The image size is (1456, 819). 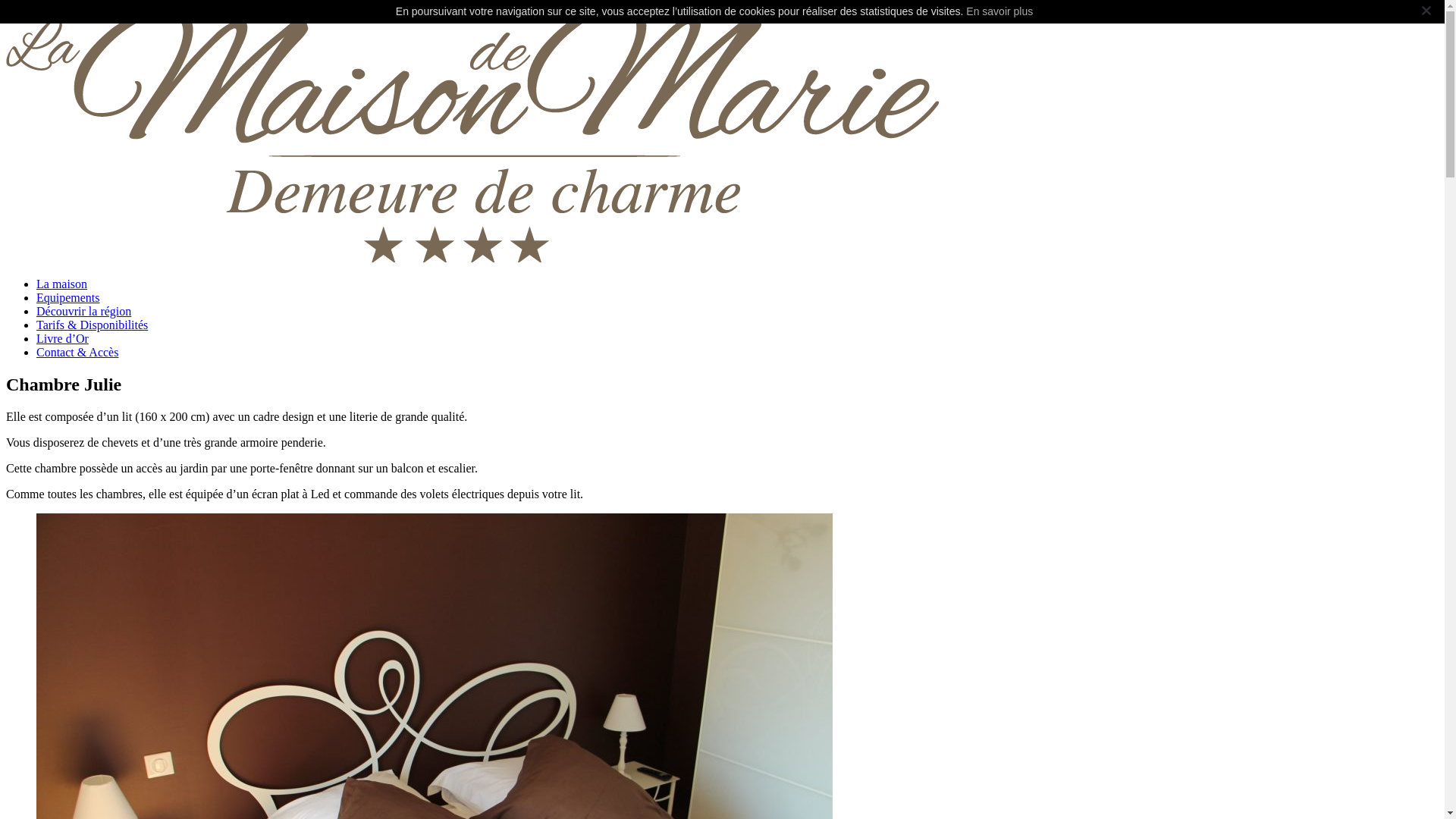 I want to click on 'En savoir plus', so click(x=999, y=11).